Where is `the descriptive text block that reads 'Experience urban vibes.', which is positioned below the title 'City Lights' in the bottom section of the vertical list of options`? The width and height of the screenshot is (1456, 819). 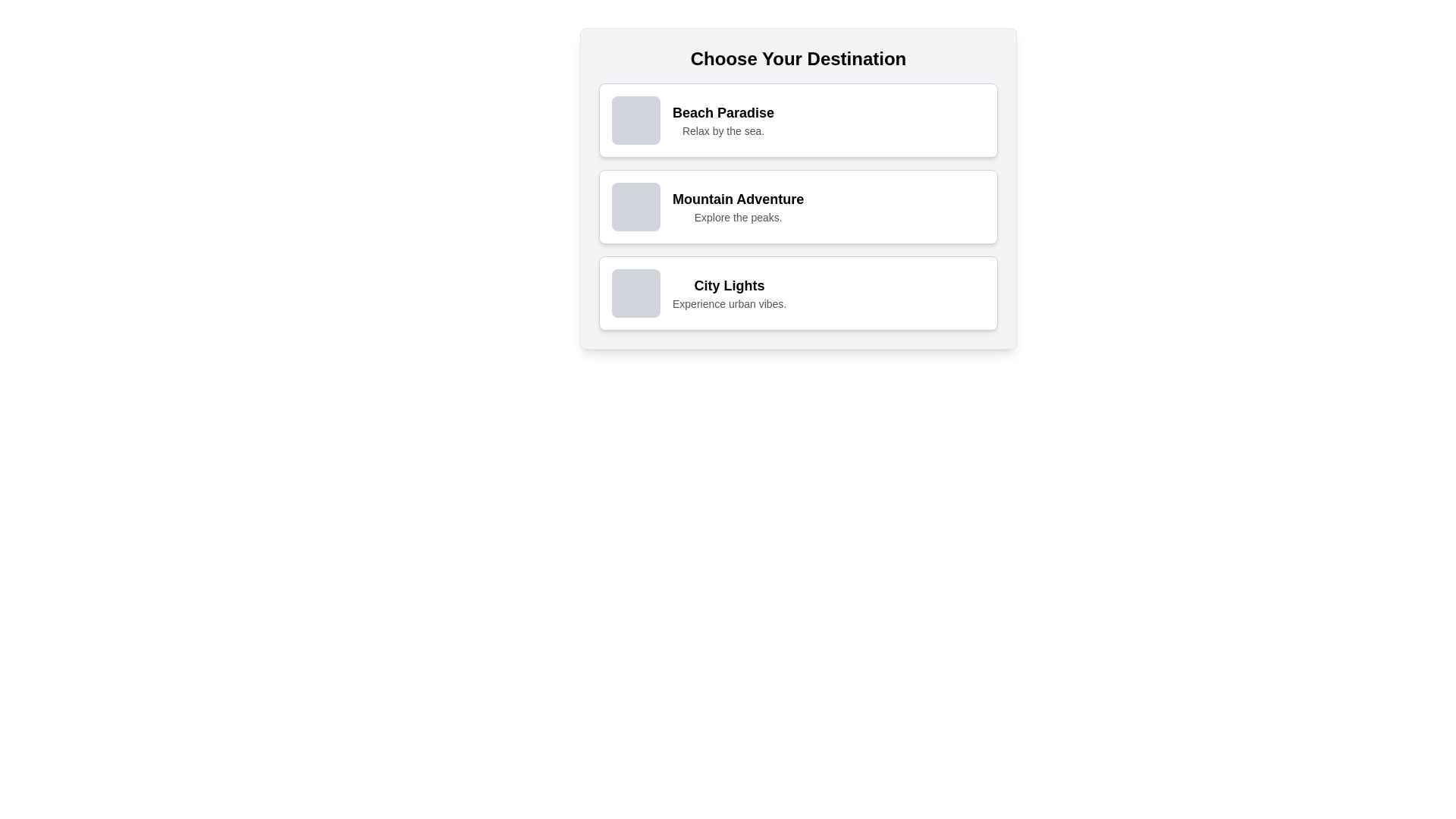
the descriptive text block that reads 'Experience urban vibes.', which is positioned below the title 'City Lights' in the bottom section of the vertical list of options is located at coordinates (730, 304).